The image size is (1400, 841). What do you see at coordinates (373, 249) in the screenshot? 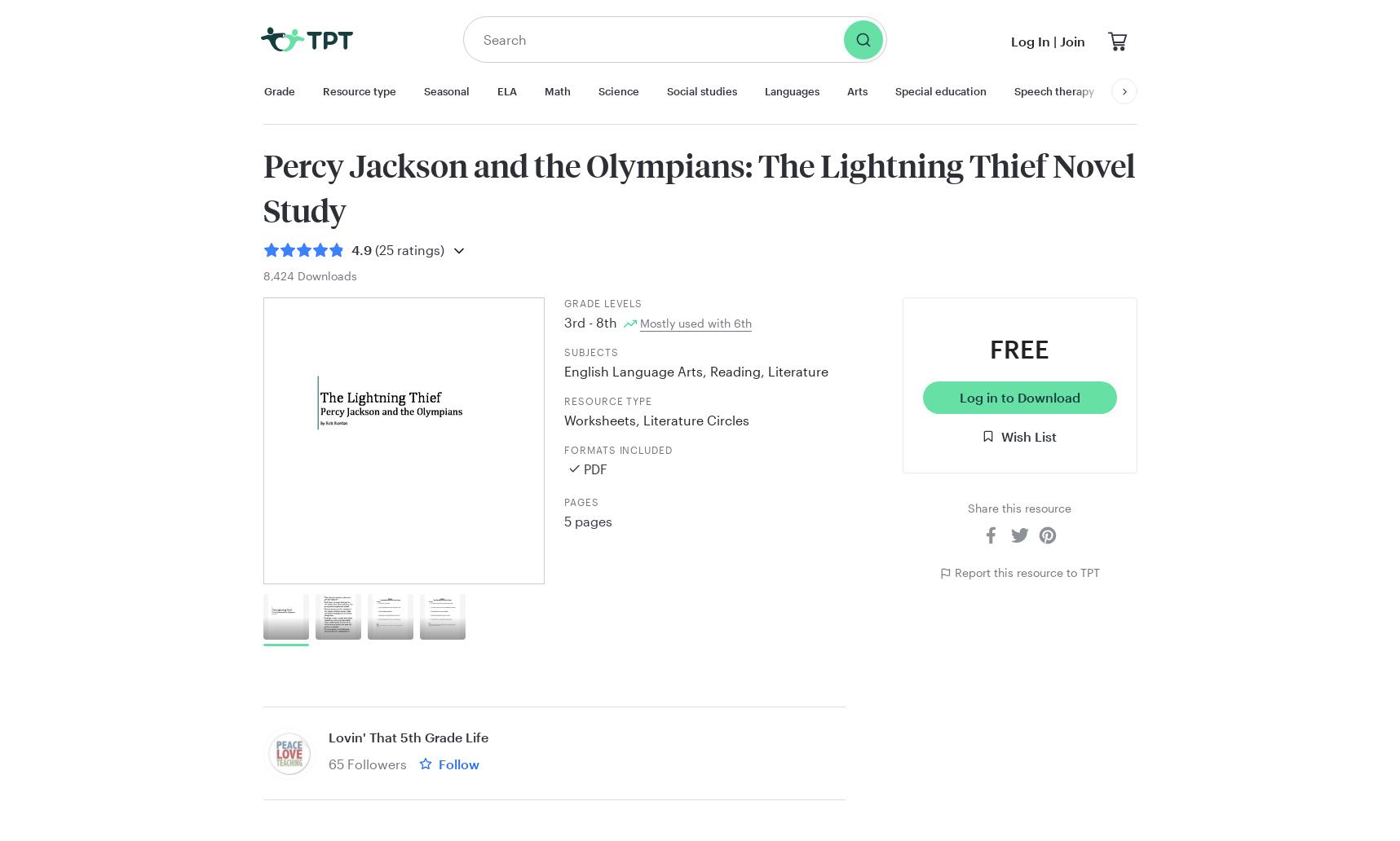
I see `'('` at bounding box center [373, 249].